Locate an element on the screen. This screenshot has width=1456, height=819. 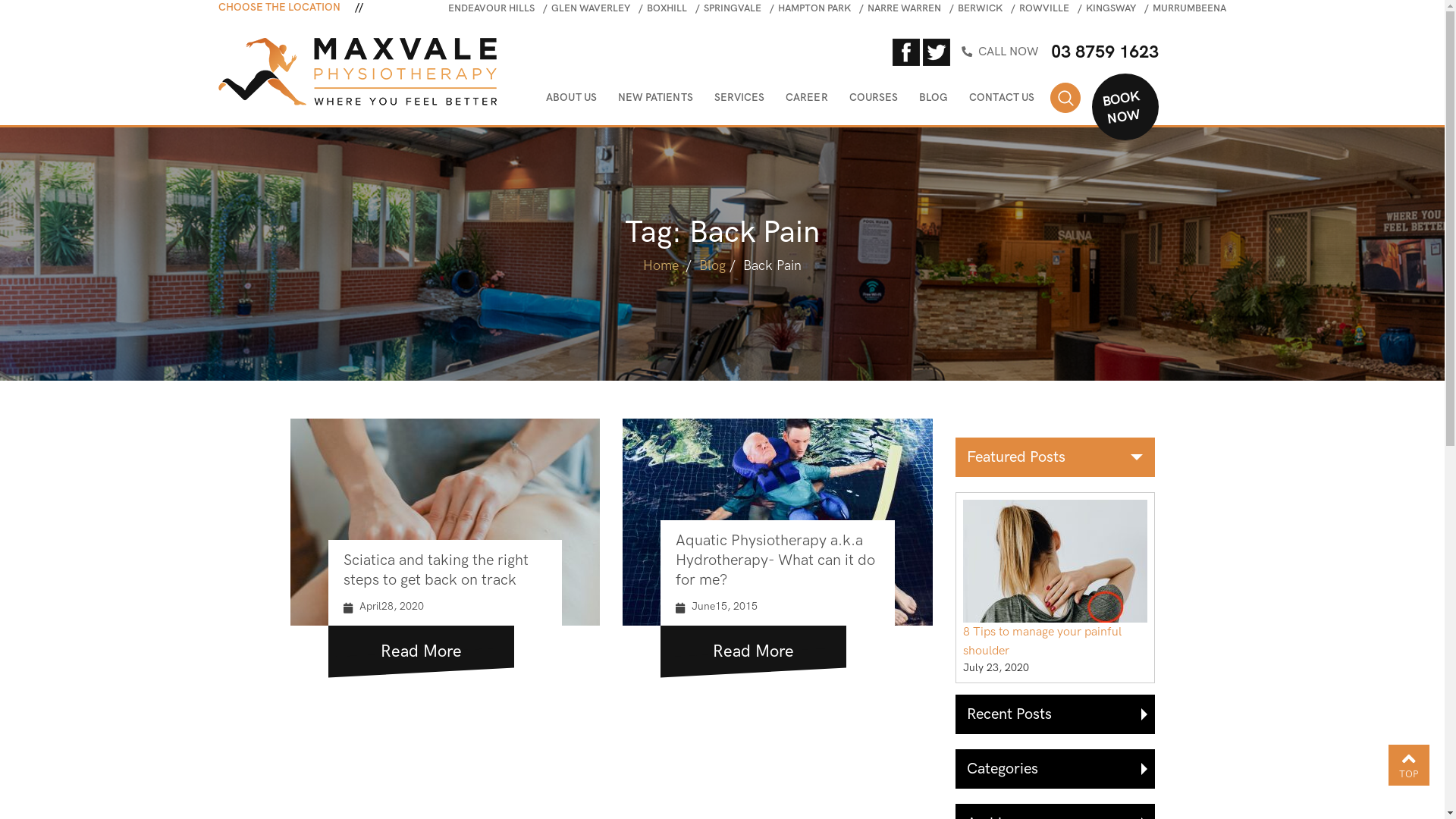
'SPRINGVALE' is located at coordinates (702, 8).